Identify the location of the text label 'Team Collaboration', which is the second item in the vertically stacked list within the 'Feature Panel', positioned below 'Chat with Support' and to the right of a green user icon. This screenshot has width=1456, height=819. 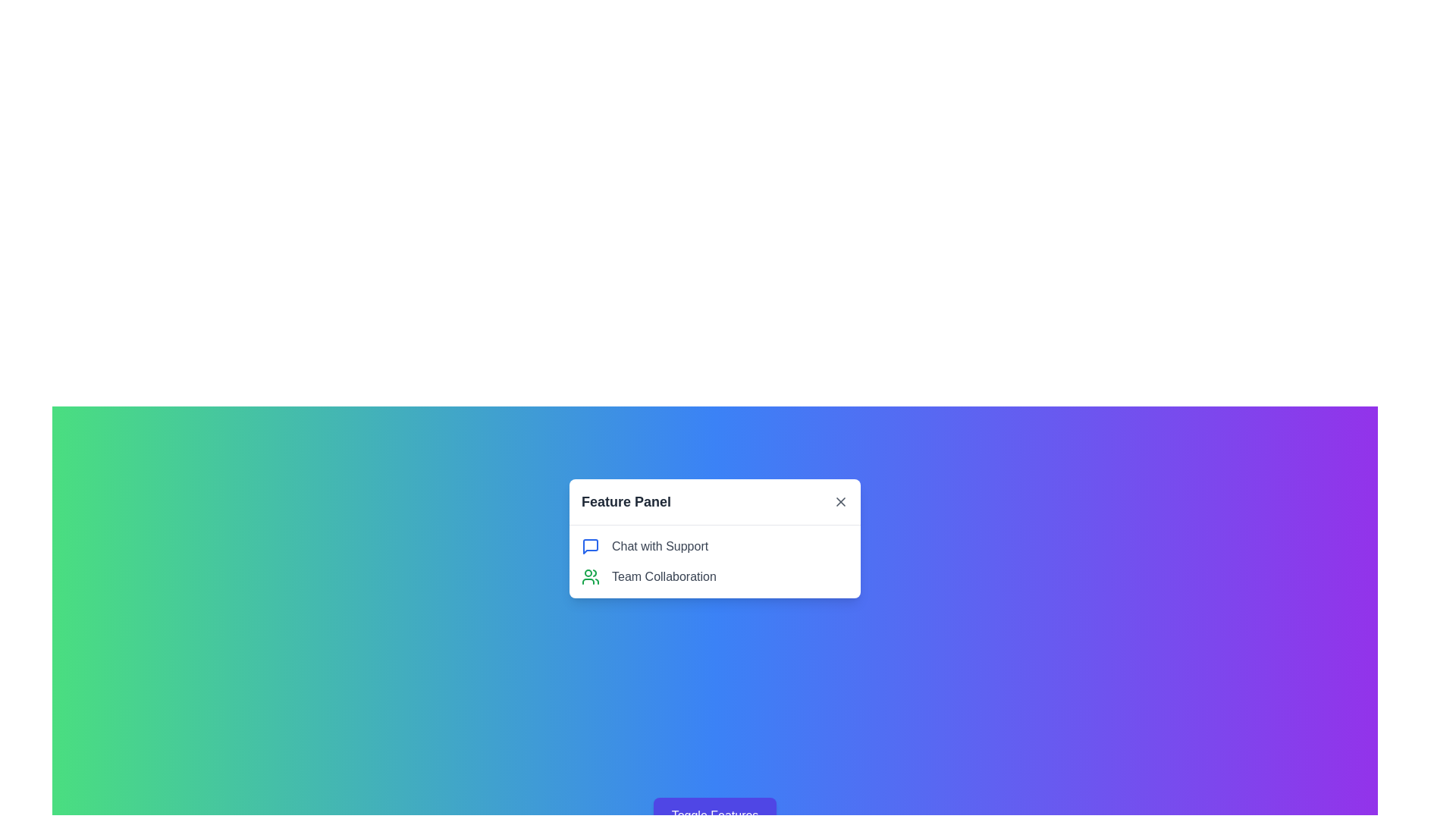
(664, 576).